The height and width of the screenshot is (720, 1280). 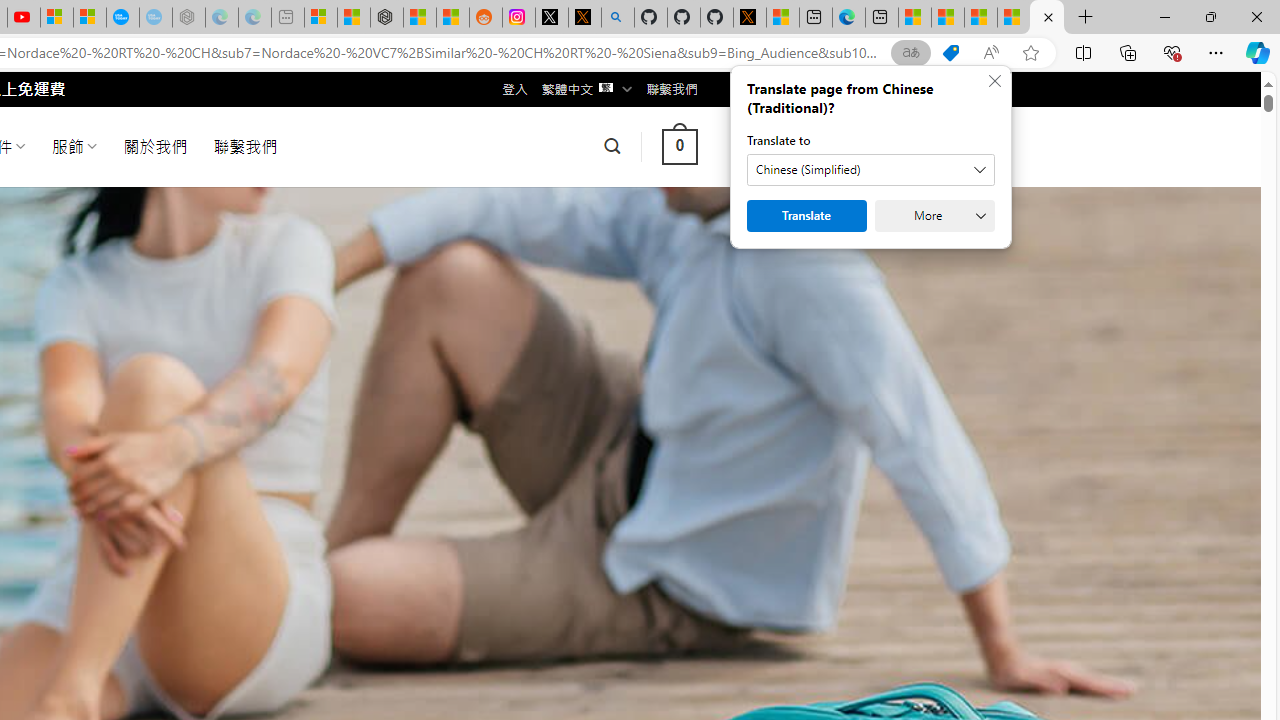 What do you see at coordinates (679, 145) in the screenshot?
I see `' 0 '` at bounding box center [679, 145].